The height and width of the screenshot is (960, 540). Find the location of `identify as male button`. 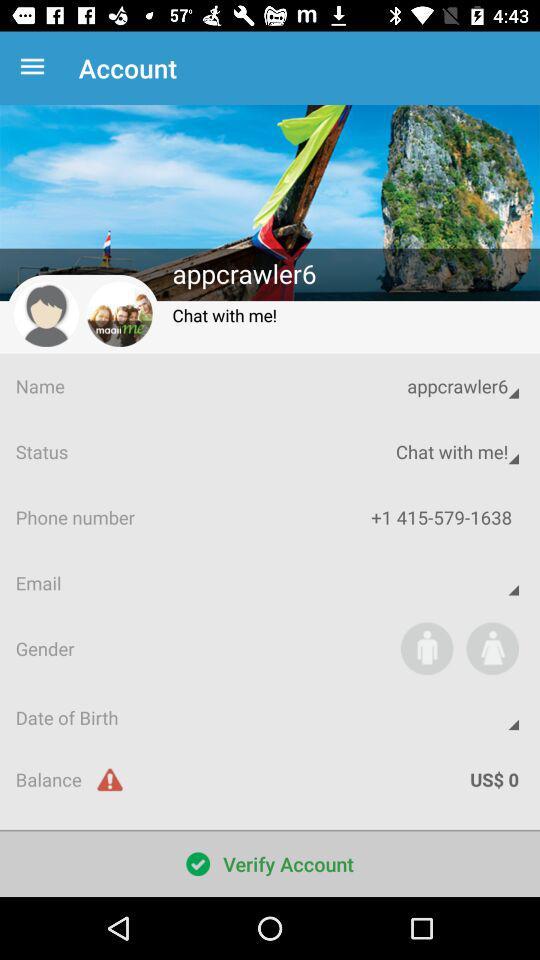

identify as male button is located at coordinates (426, 647).